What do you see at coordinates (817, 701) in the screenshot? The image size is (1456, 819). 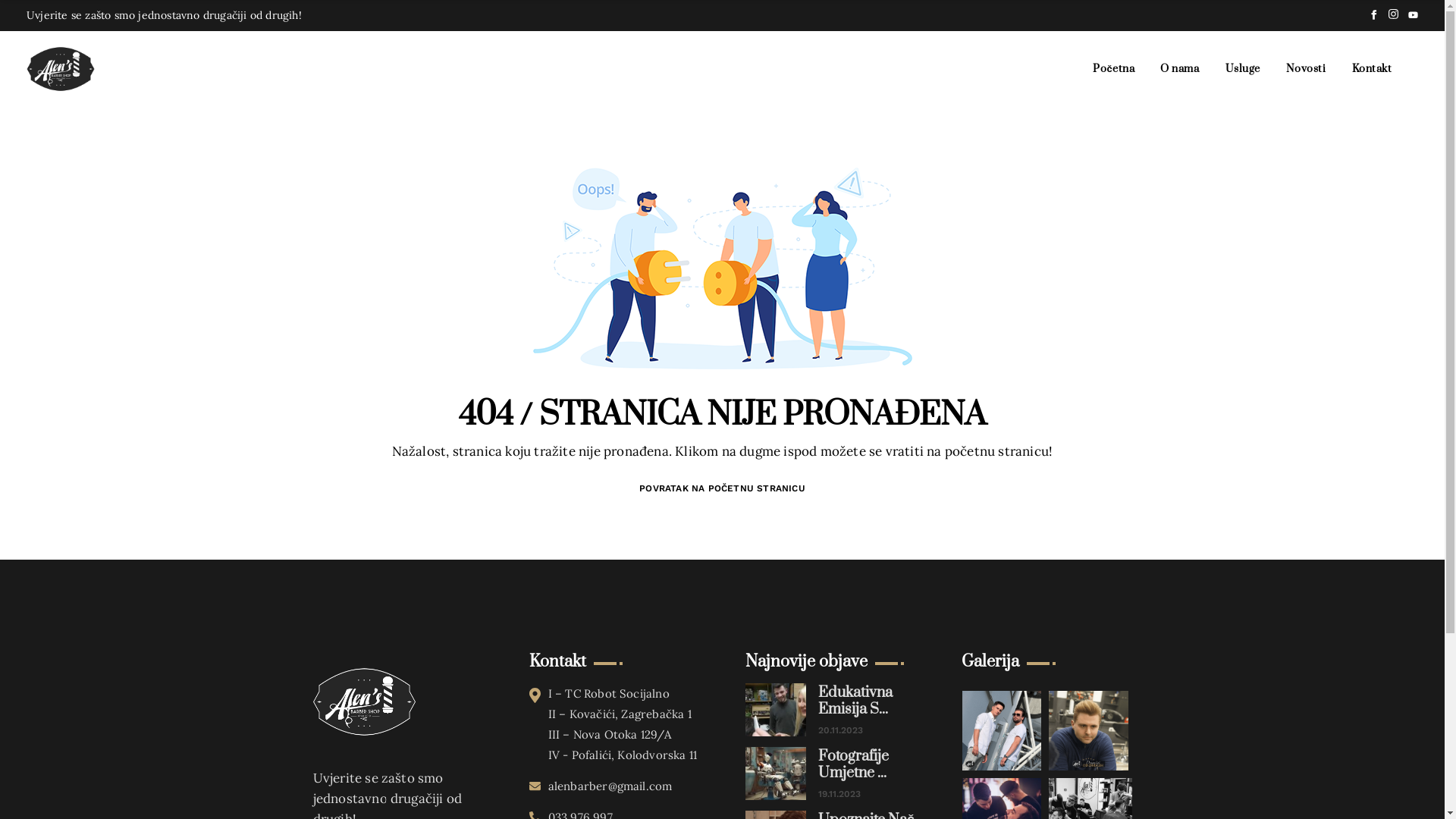 I see `'Edukativna Emisija S...'` at bounding box center [817, 701].